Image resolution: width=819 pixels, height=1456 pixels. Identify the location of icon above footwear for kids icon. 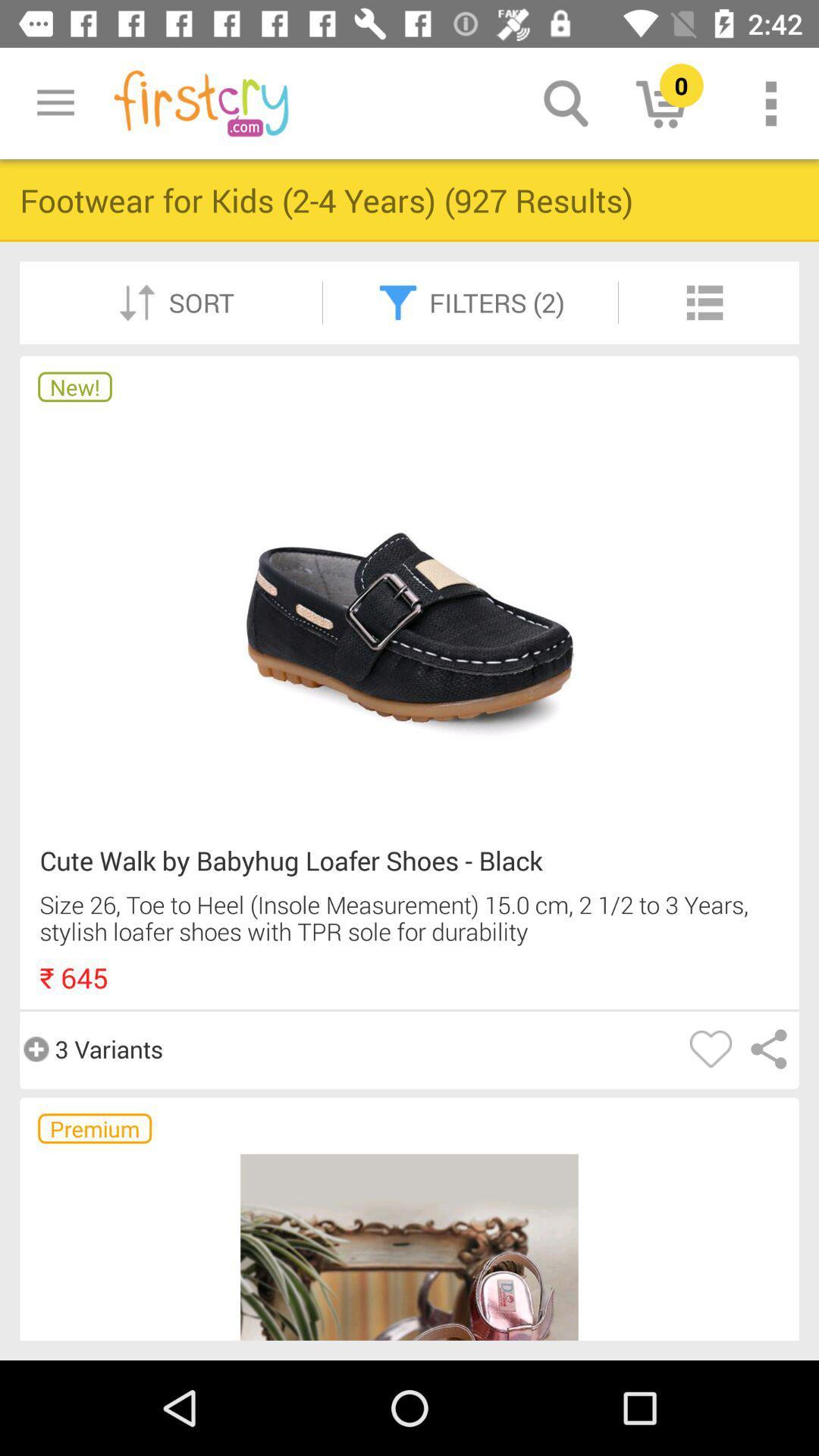
(55, 102).